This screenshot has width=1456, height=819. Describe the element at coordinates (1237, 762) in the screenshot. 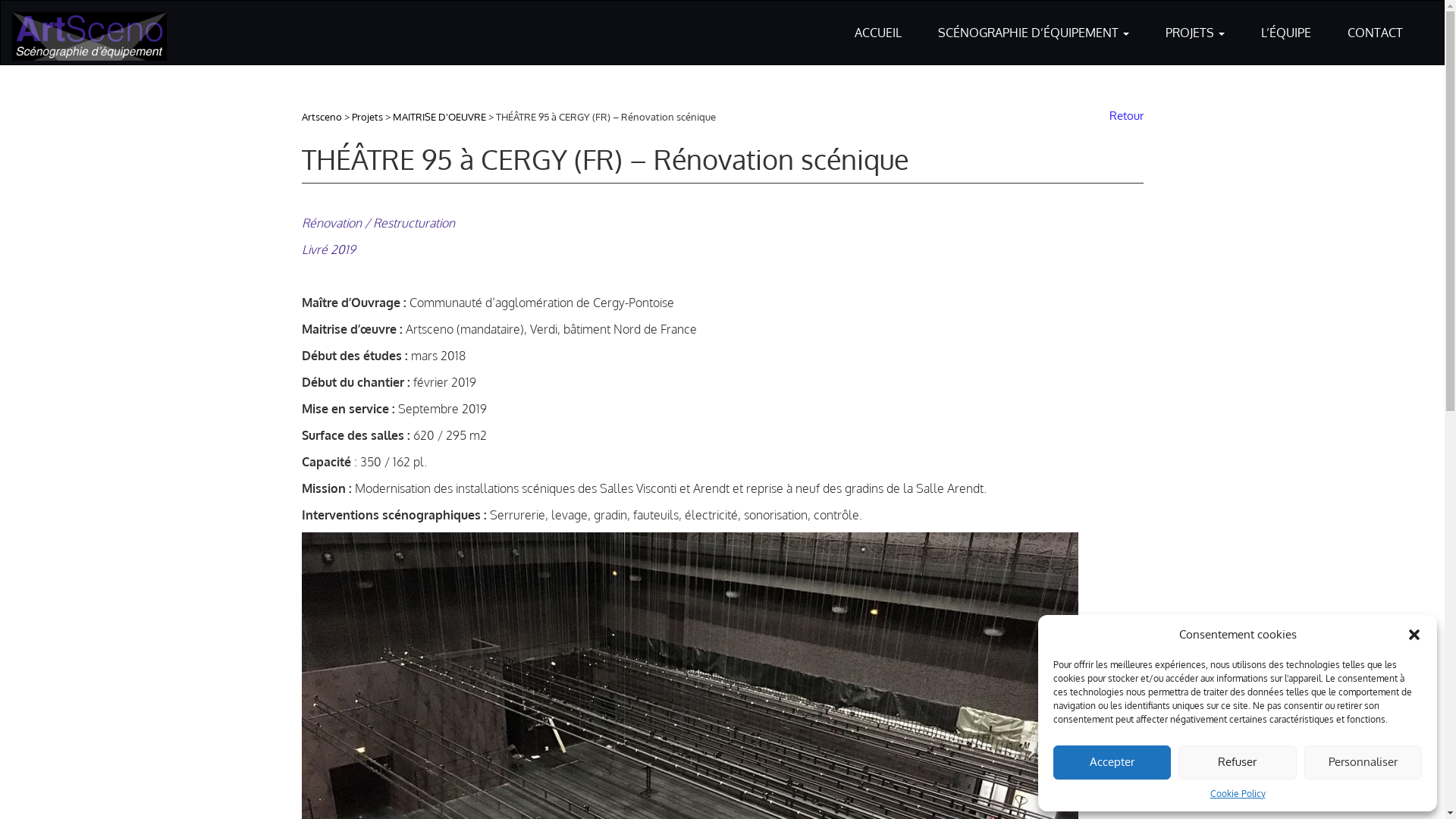

I see `'Refuser'` at that location.